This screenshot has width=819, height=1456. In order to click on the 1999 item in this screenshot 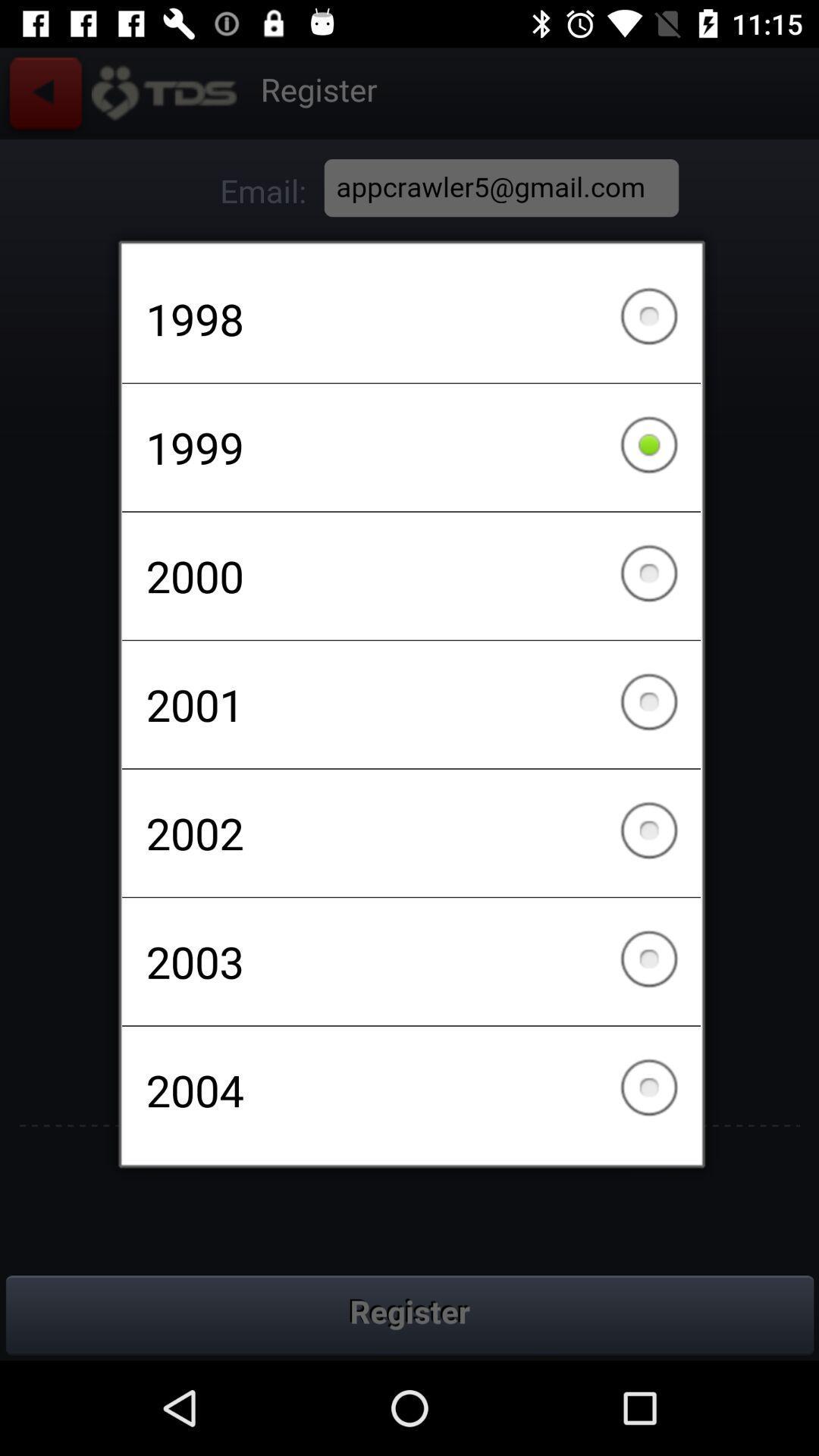, I will do `click(411, 447)`.